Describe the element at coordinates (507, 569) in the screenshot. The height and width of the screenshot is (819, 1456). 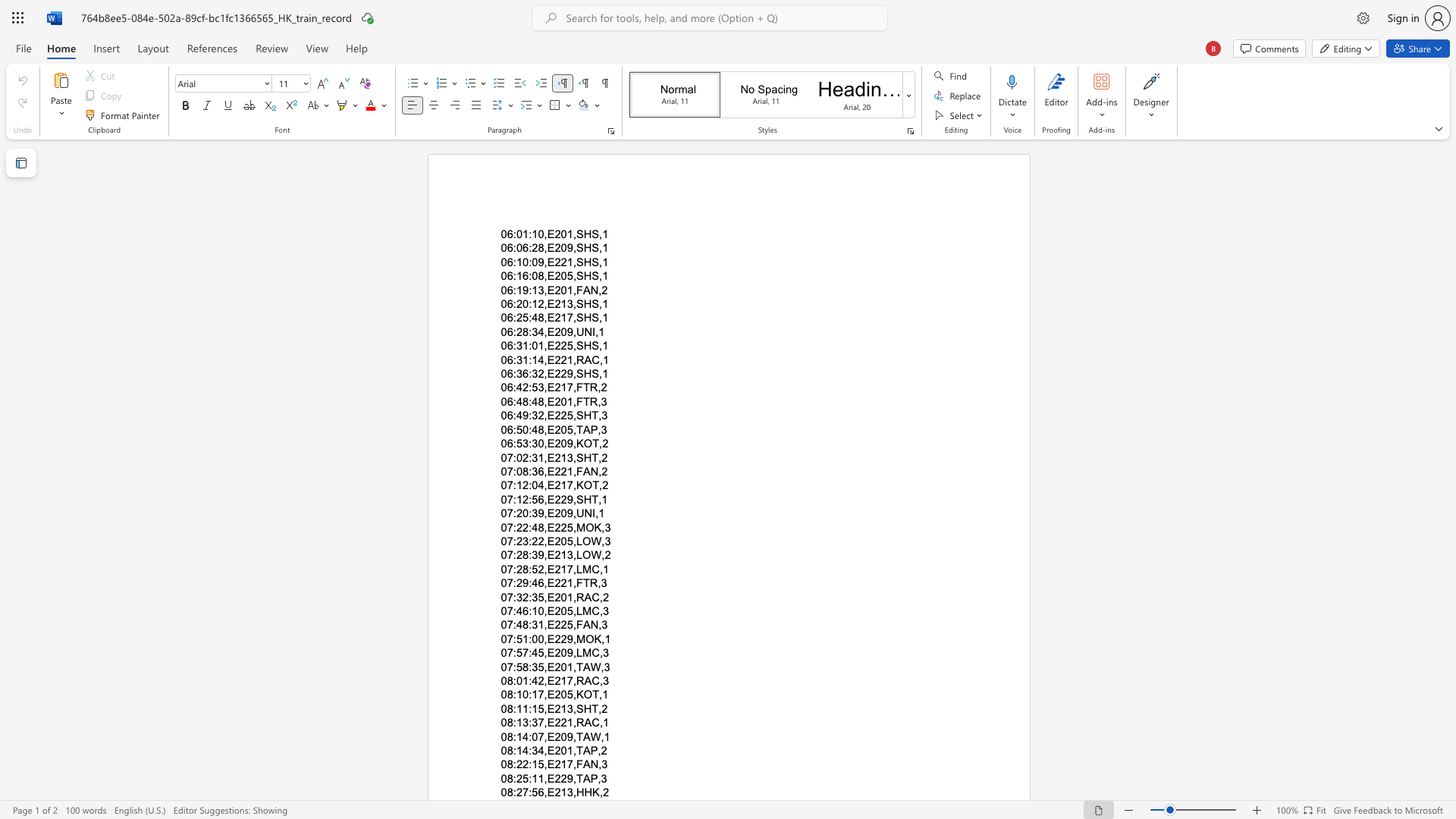
I see `the space between the continuous character "0" and "7" in the text` at that location.